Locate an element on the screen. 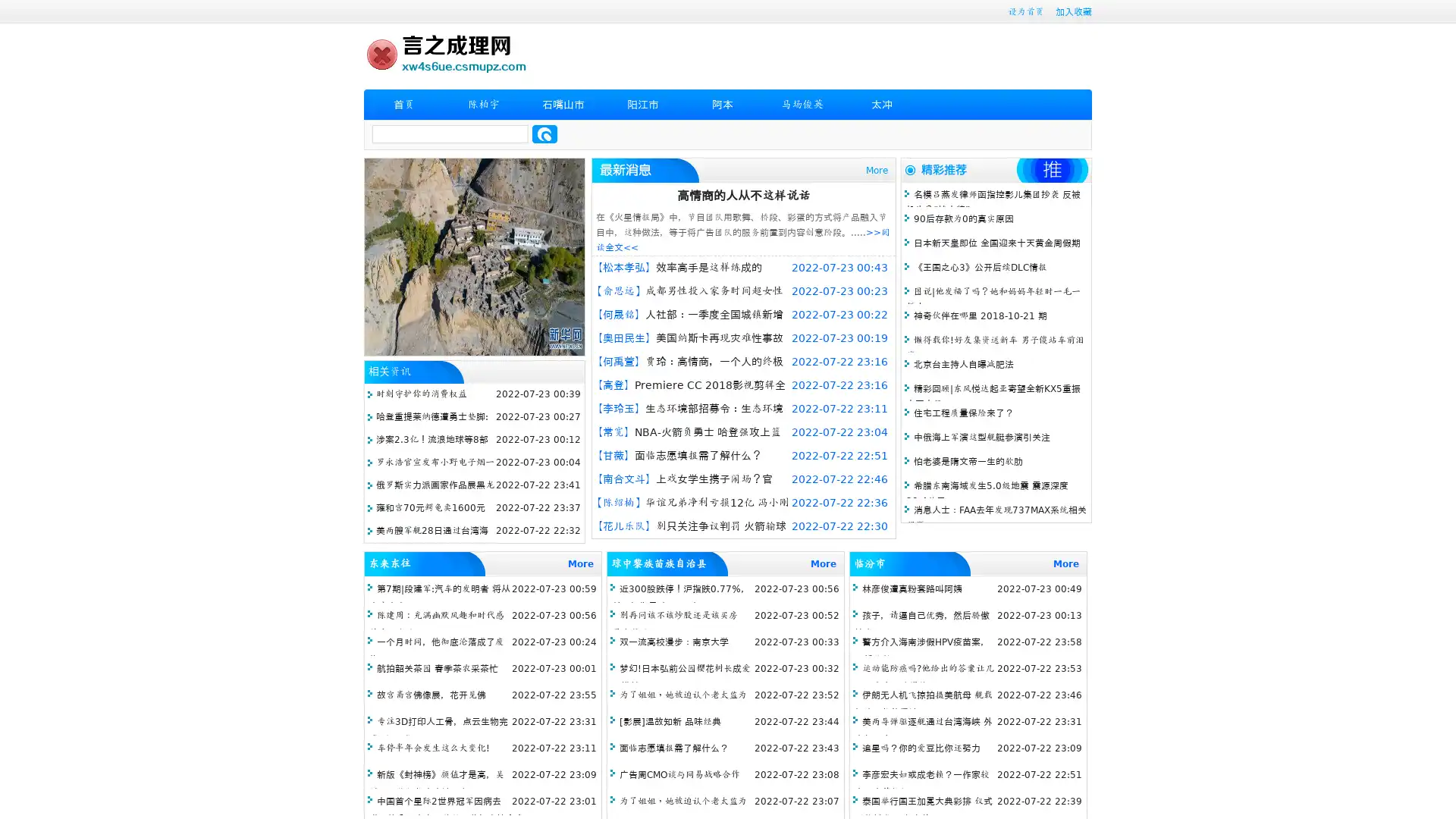 This screenshot has height=819, width=1456. Search is located at coordinates (544, 133).